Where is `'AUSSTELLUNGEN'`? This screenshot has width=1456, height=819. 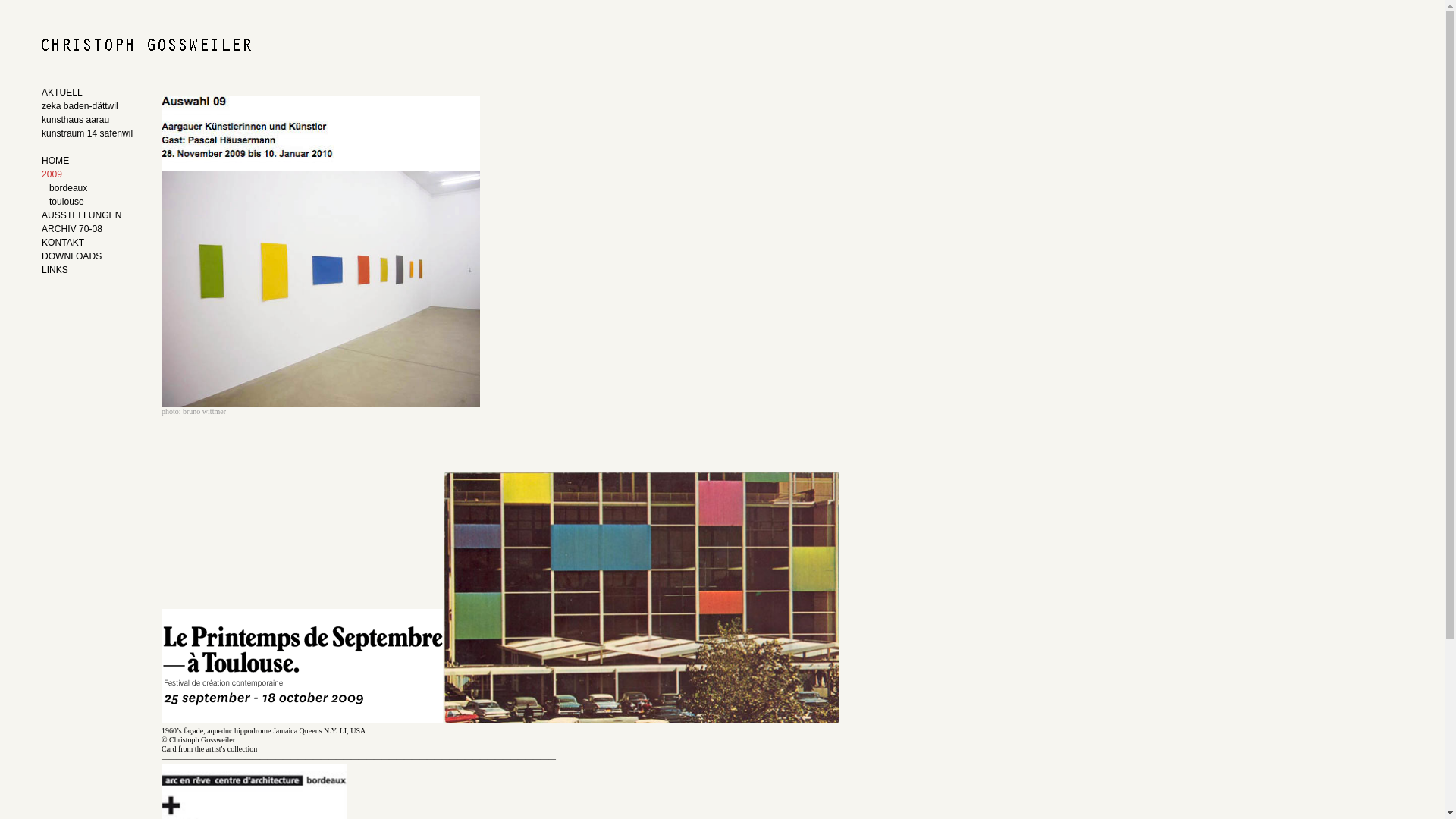 'AUSSTELLUNGEN' is located at coordinates (79, 216).